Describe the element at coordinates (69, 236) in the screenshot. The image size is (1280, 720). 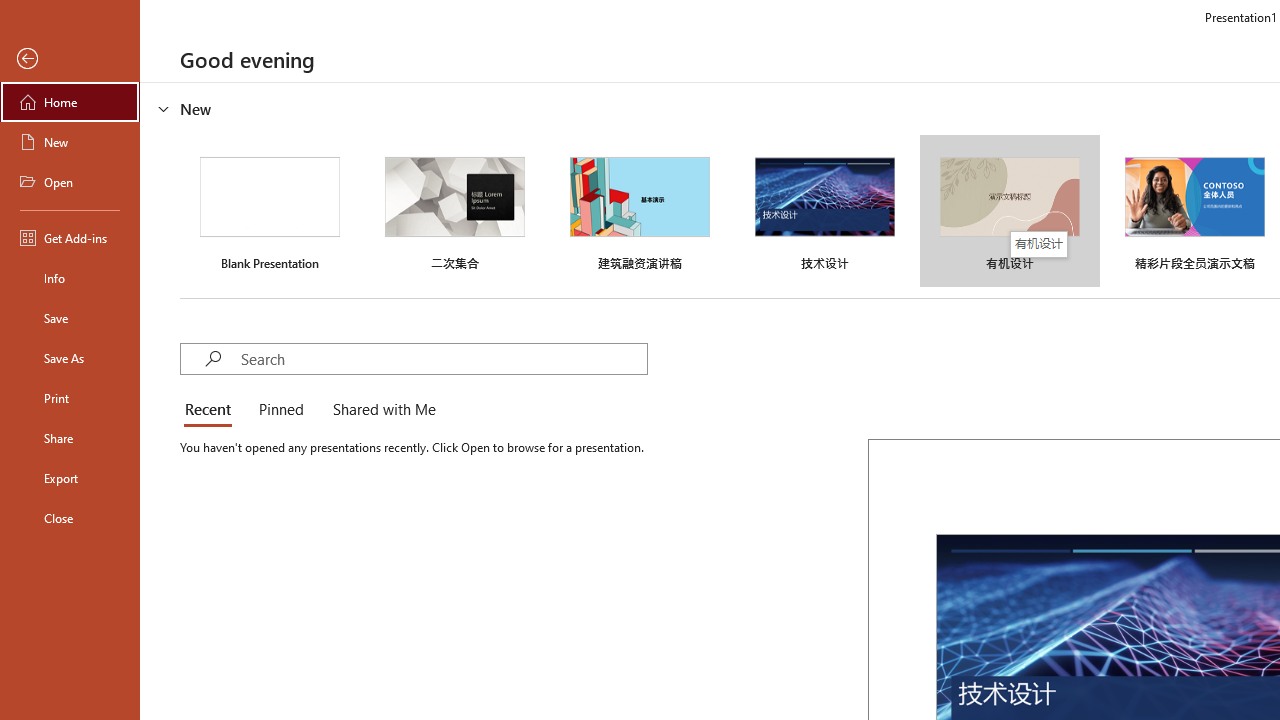
I see `'Get Add-ins'` at that location.